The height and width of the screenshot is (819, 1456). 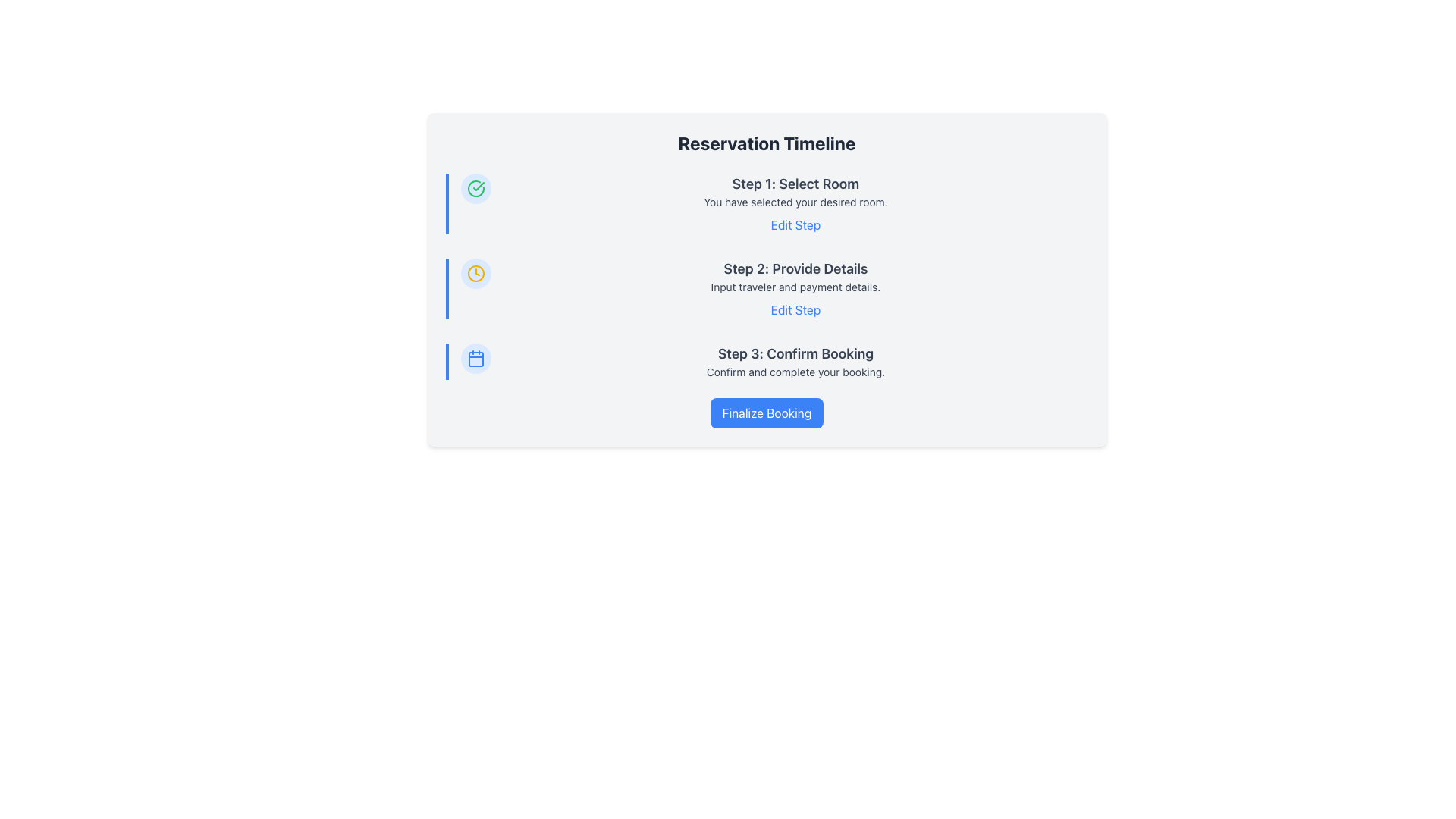 What do you see at coordinates (795, 353) in the screenshot?
I see `the text label that reads 'Step 3: Confirm Booking'` at bounding box center [795, 353].